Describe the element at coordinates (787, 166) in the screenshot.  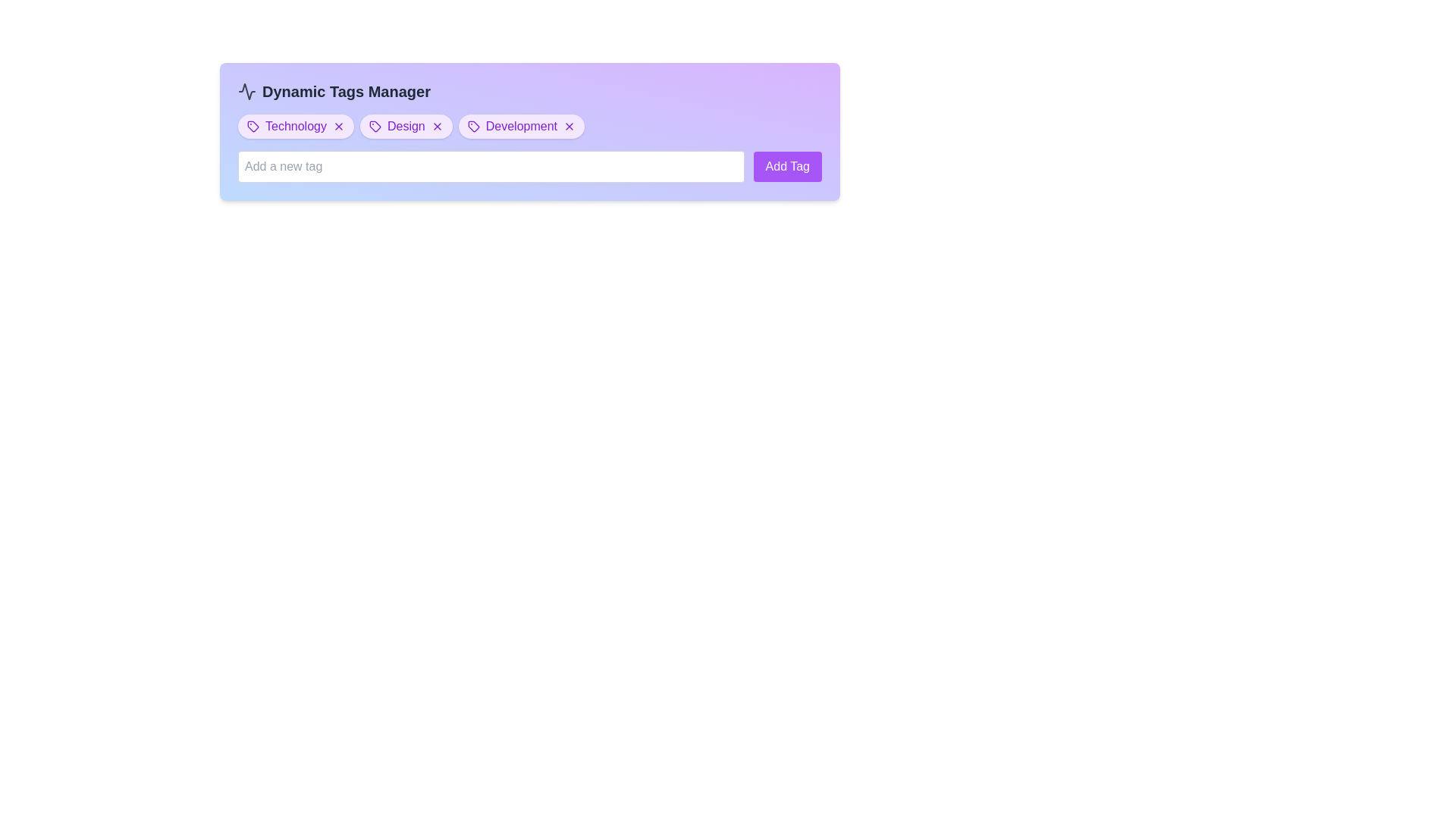
I see `the 'Add Tag' button, which has a rounded rectangular shape with a purple background and white text` at that location.